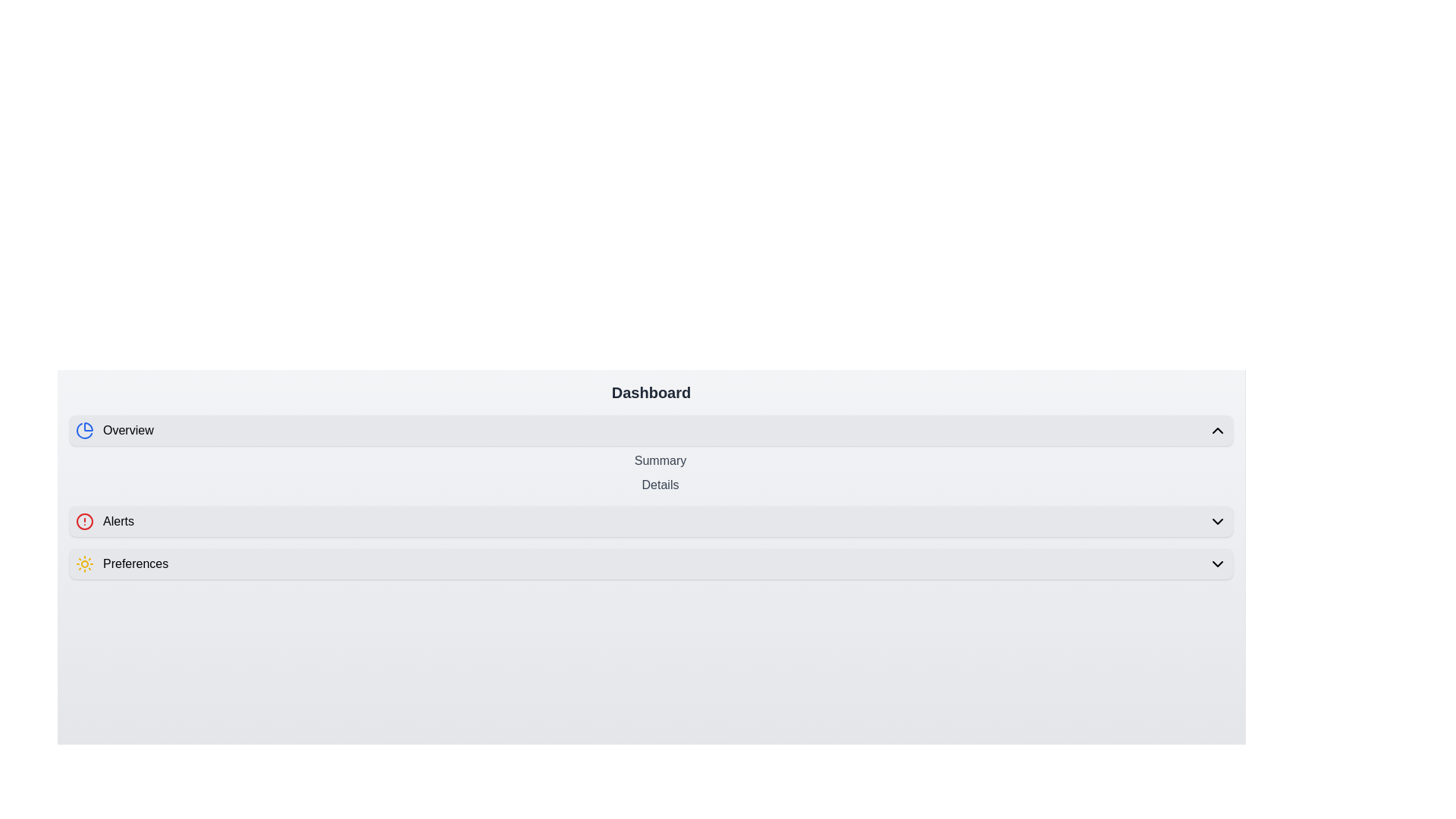 The width and height of the screenshot is (1456, 819). I want to click on the 'Overview' icon located at the left of the 'Overview' text on the dashboard to identify the section it represents, so click(83, 430).